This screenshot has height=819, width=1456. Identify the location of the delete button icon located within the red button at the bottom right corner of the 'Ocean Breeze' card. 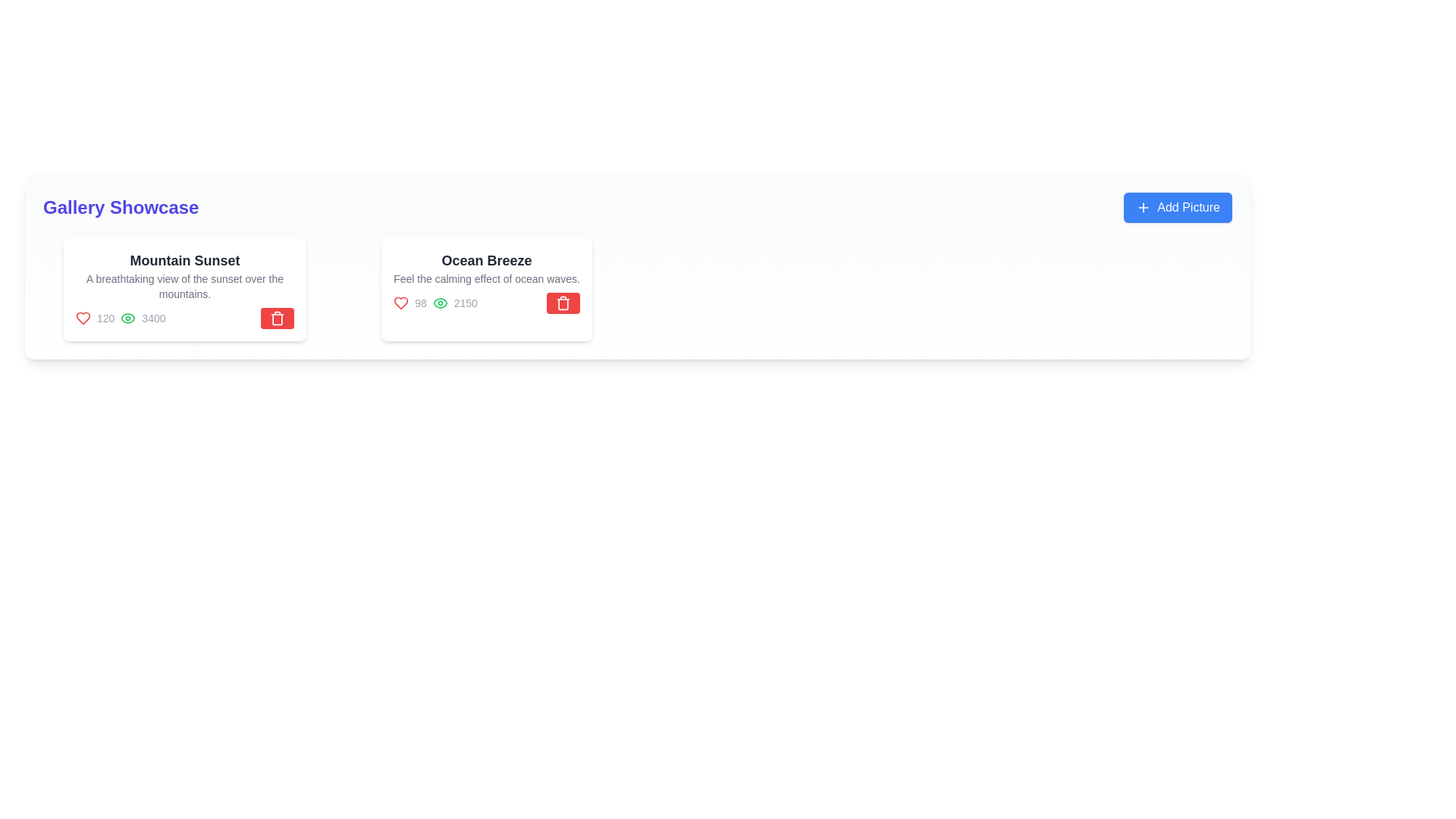
(562, 303).